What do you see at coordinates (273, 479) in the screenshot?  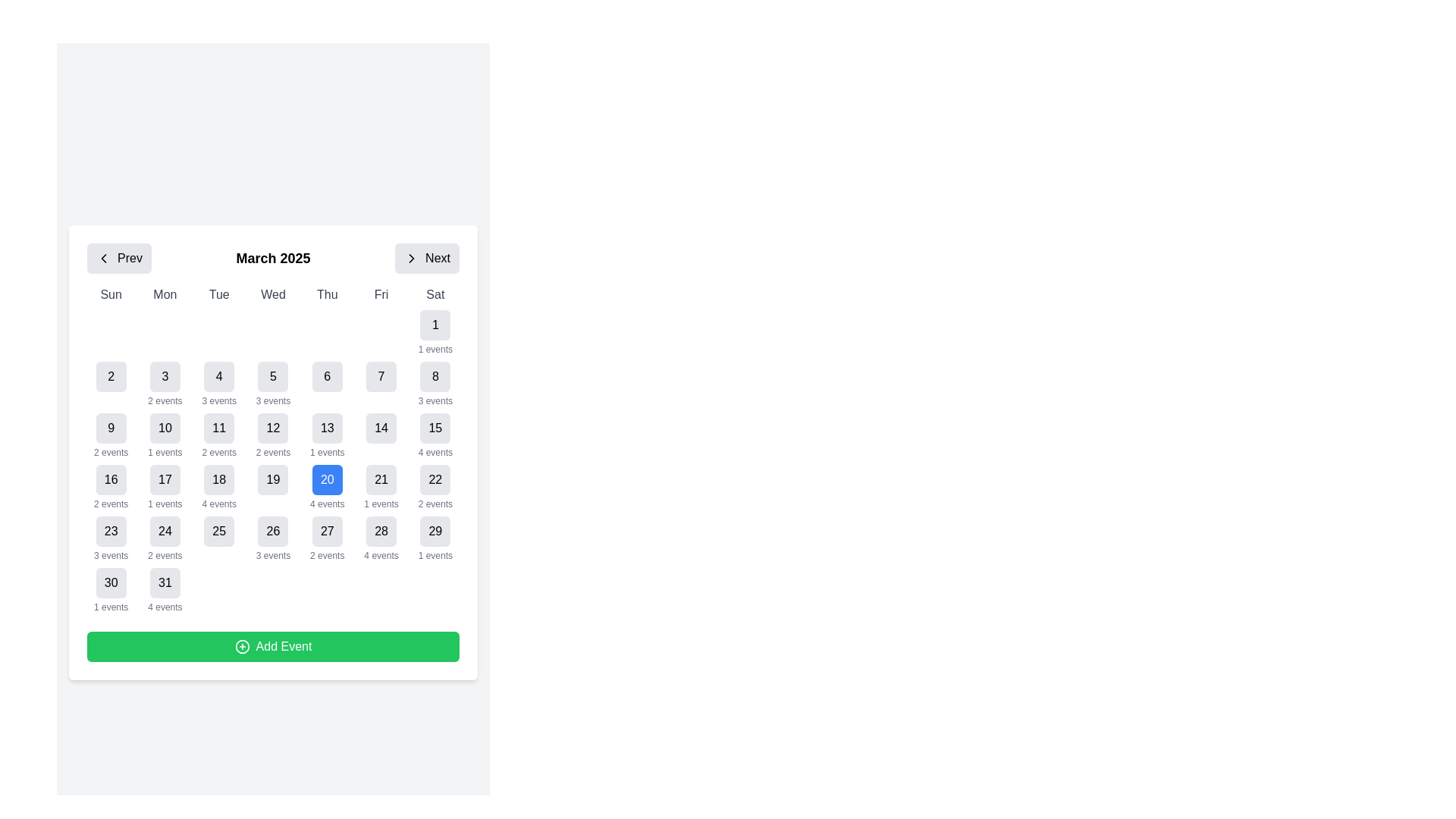 I see `the Button that allows users to select the date '19' in the calendar under 'March 2025'` at bounding box center [273, 479].